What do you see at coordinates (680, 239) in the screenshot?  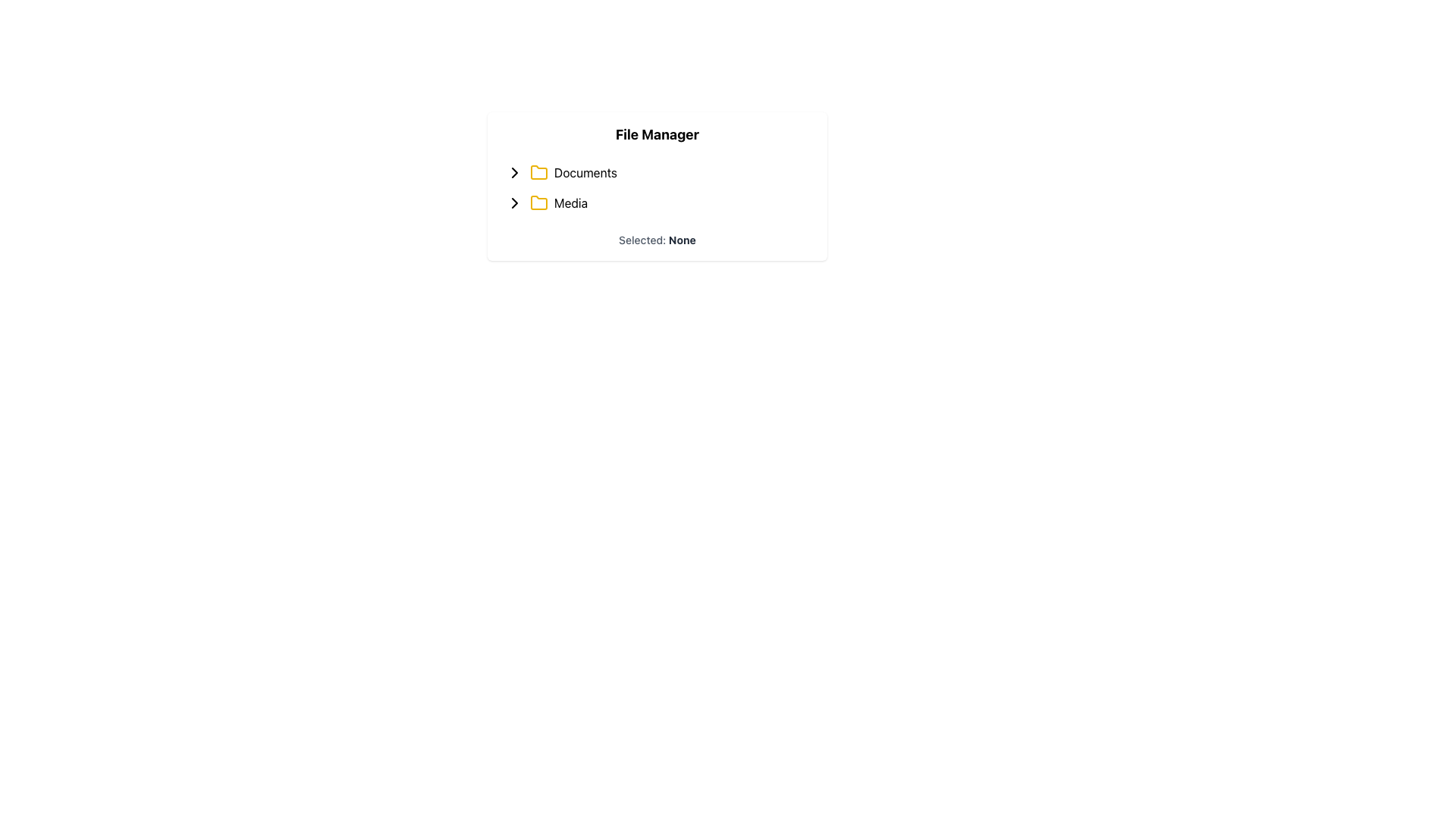 I see `the text label that reads 'None', which is styled in bold dark gray, located immediately to the right of 'Selected:' in the file manager interface` at bounding box center [680, 239].